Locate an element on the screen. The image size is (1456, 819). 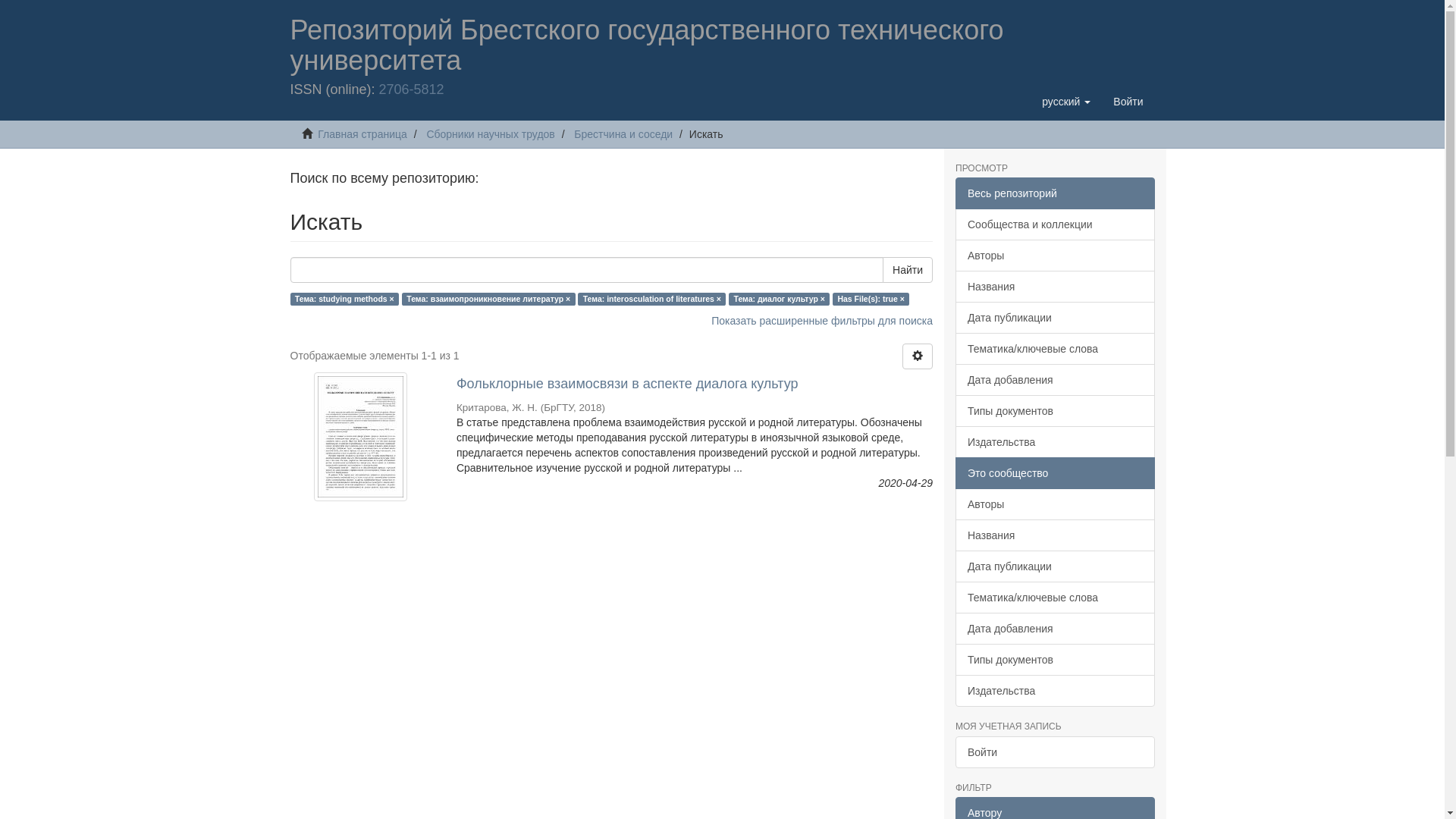
'2706-5812' is located at coordinates (411, 89).